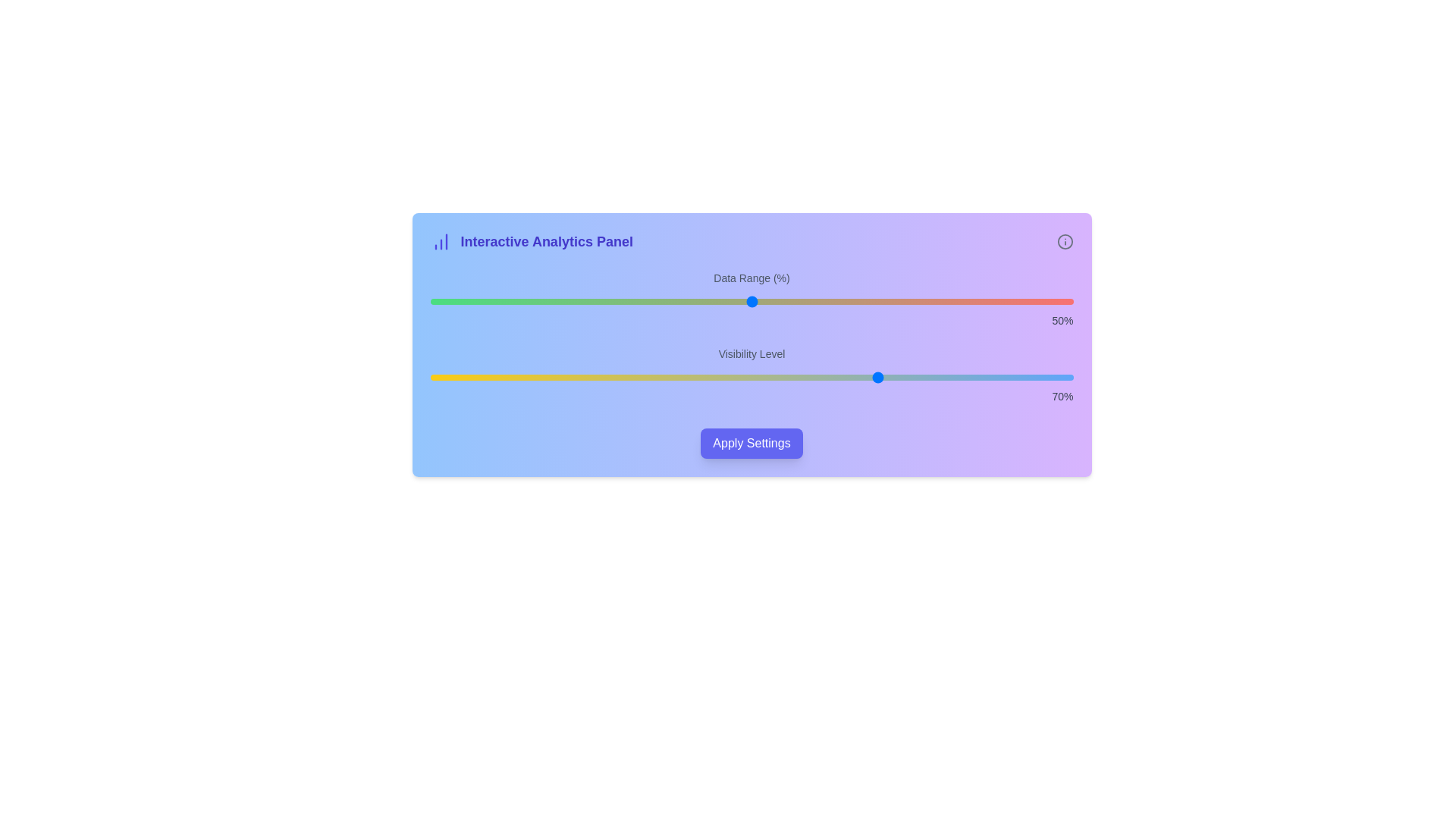 This screenshot has height=819, width=1456. Describe the element at coordinates (577, 376) in the screenshot. I see `the 'Visibility Level' slider to set its value to 23%` at that location.